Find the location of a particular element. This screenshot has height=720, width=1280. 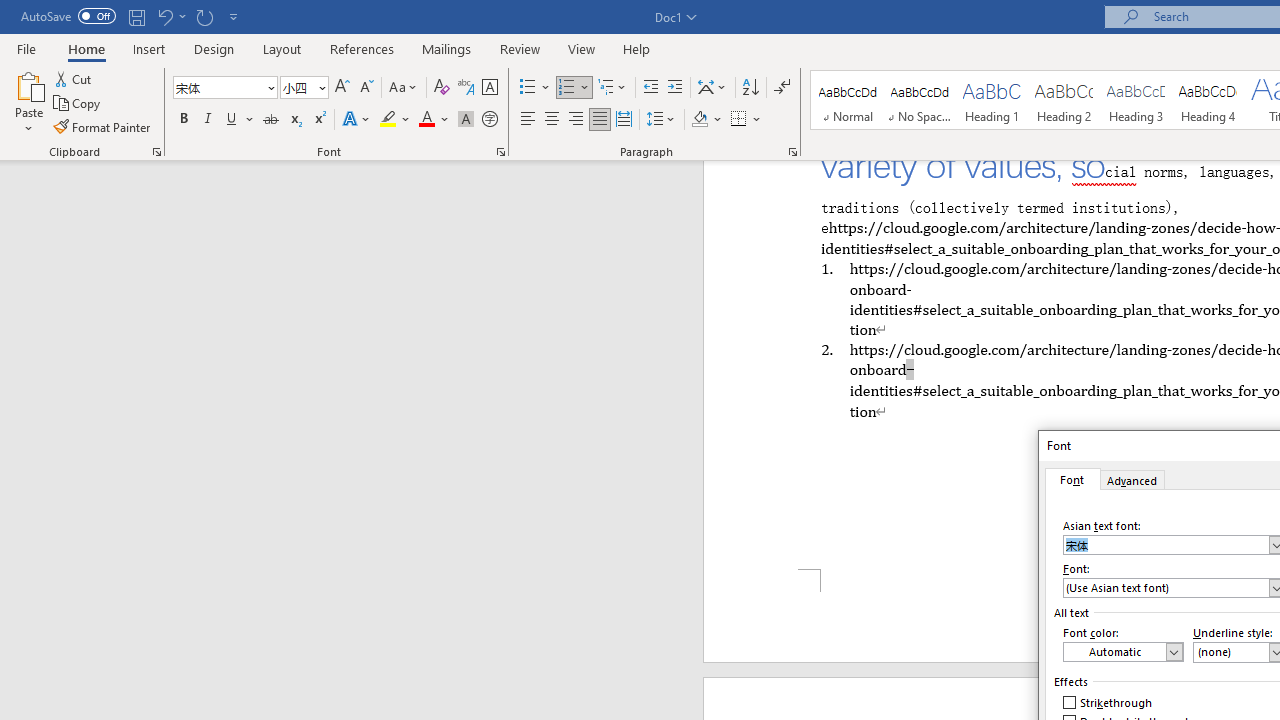

'Phonetic Guide...' is located at coordinates (464, 86).